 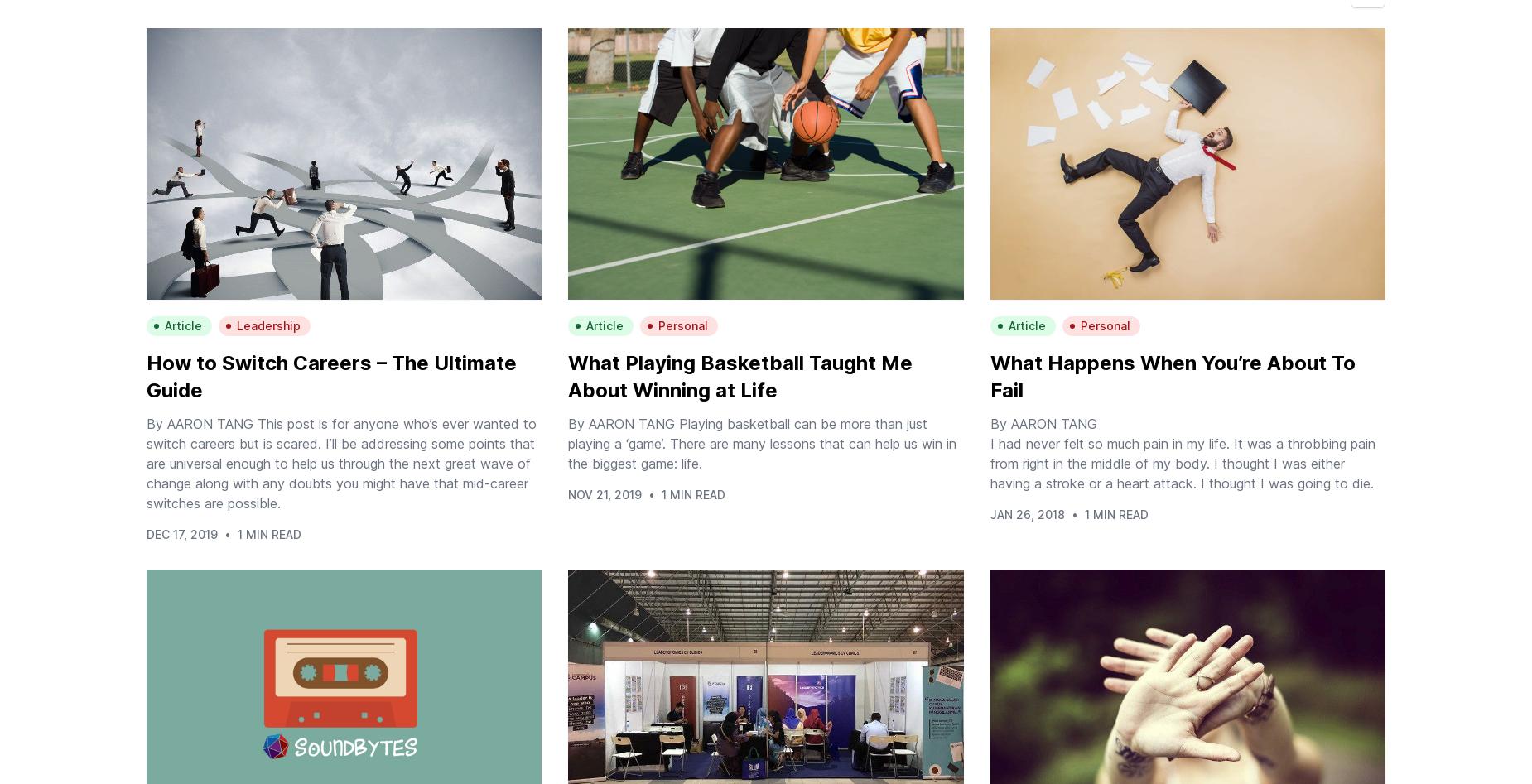 I want to click on 'Jan 26, 2018', so click(x=1026, y=514).